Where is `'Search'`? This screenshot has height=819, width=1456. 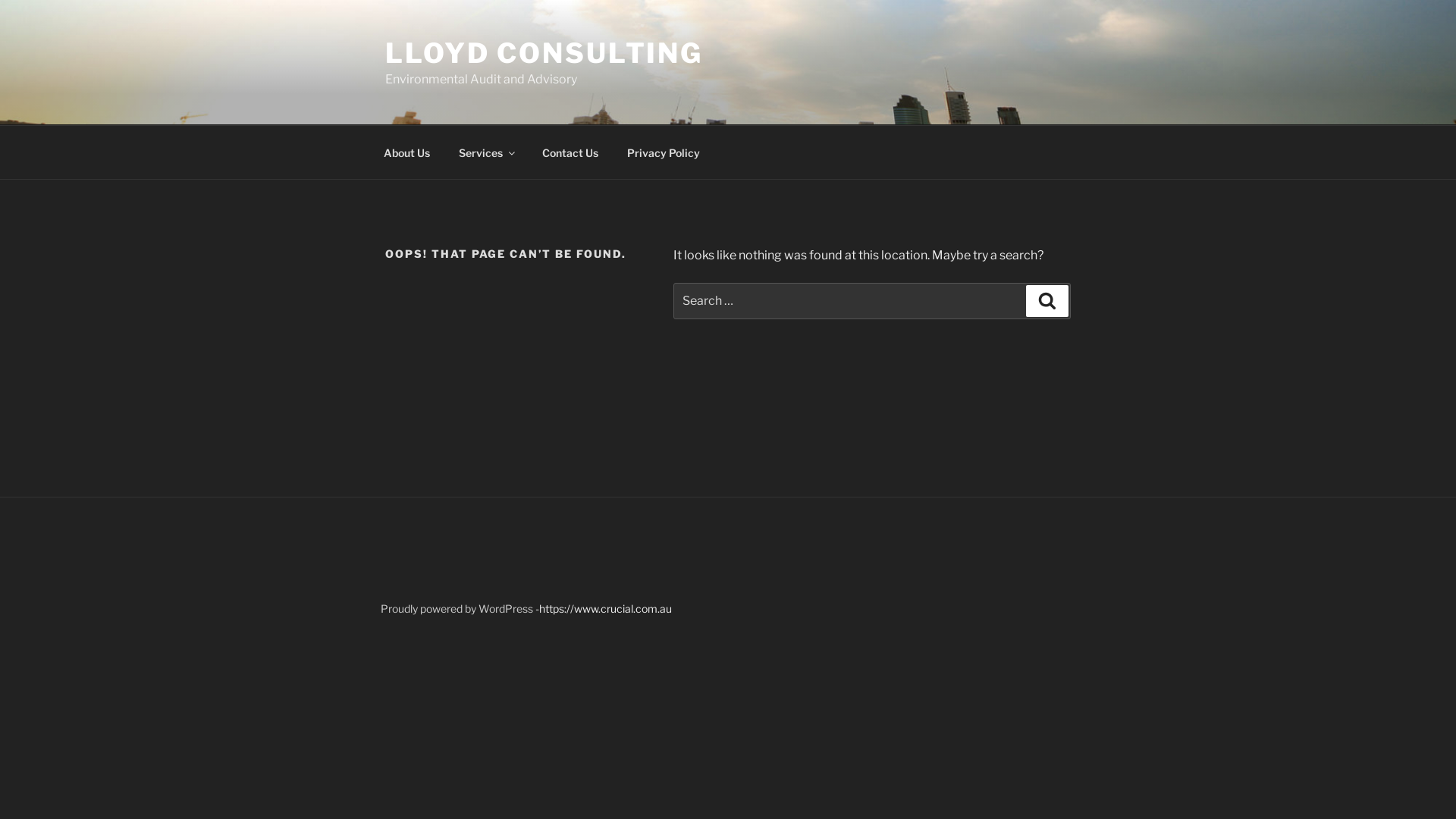
'Search' is located at coordinates (1026, 301).